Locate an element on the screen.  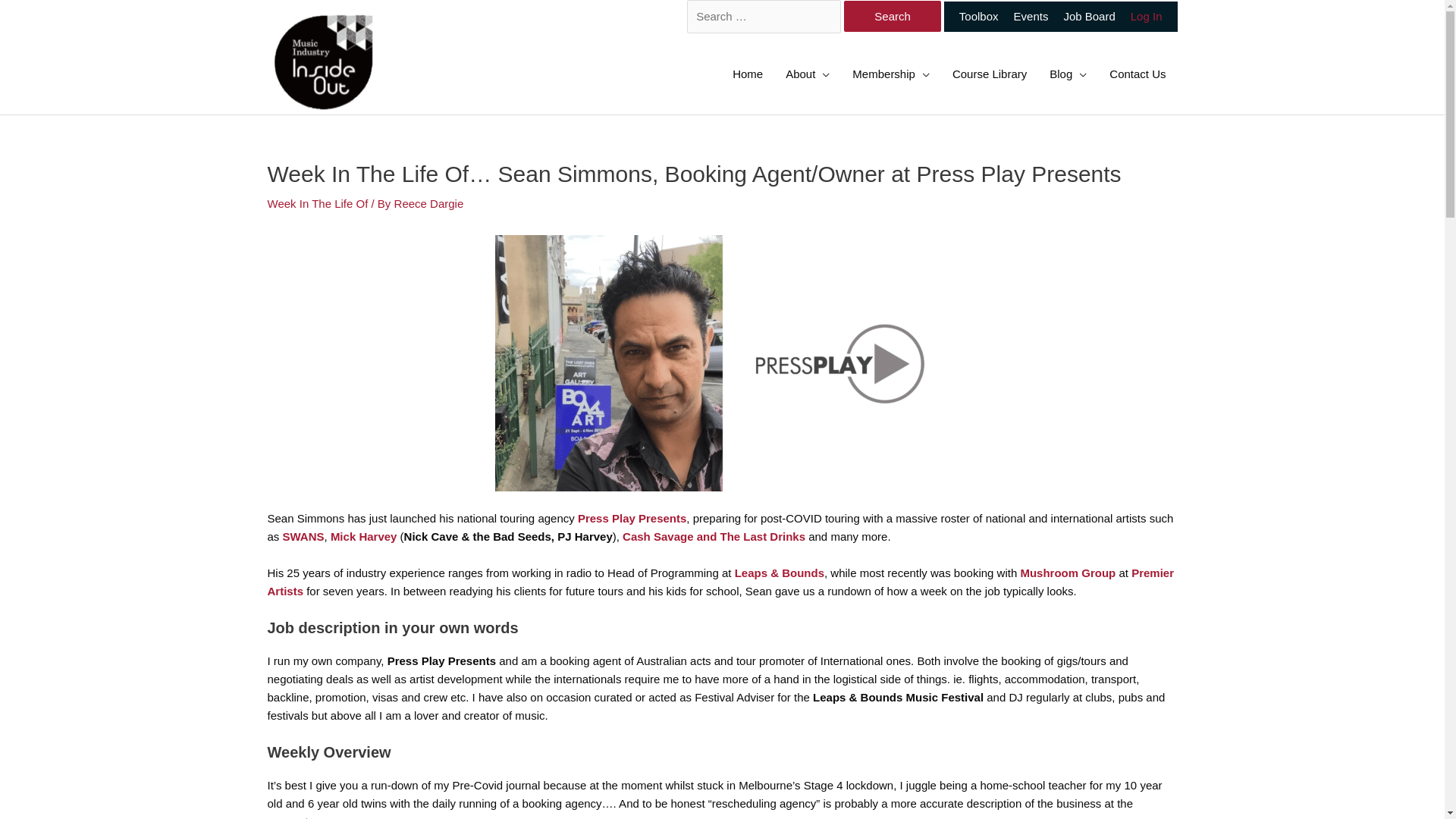
'Week In The Life Of' is located at coordinates (316, 202).